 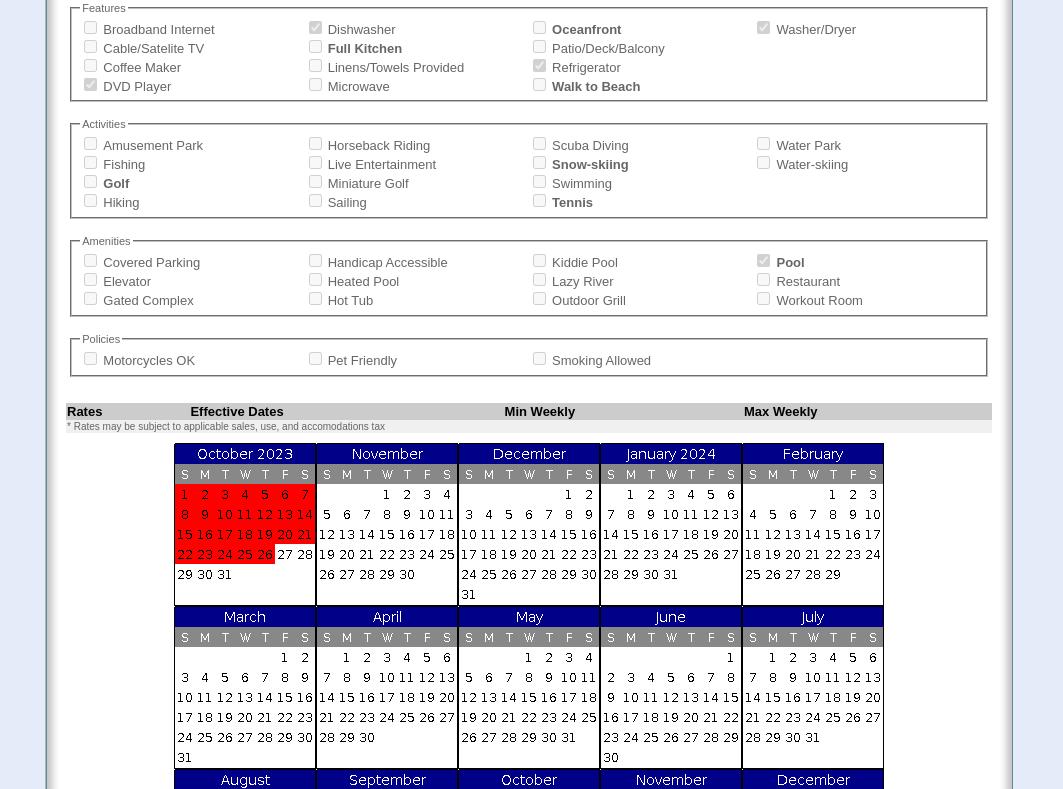 What do you see at coordinates (774, 145) in the screenshot?
I see `'Water Park'` at bounding box center [774, 145].